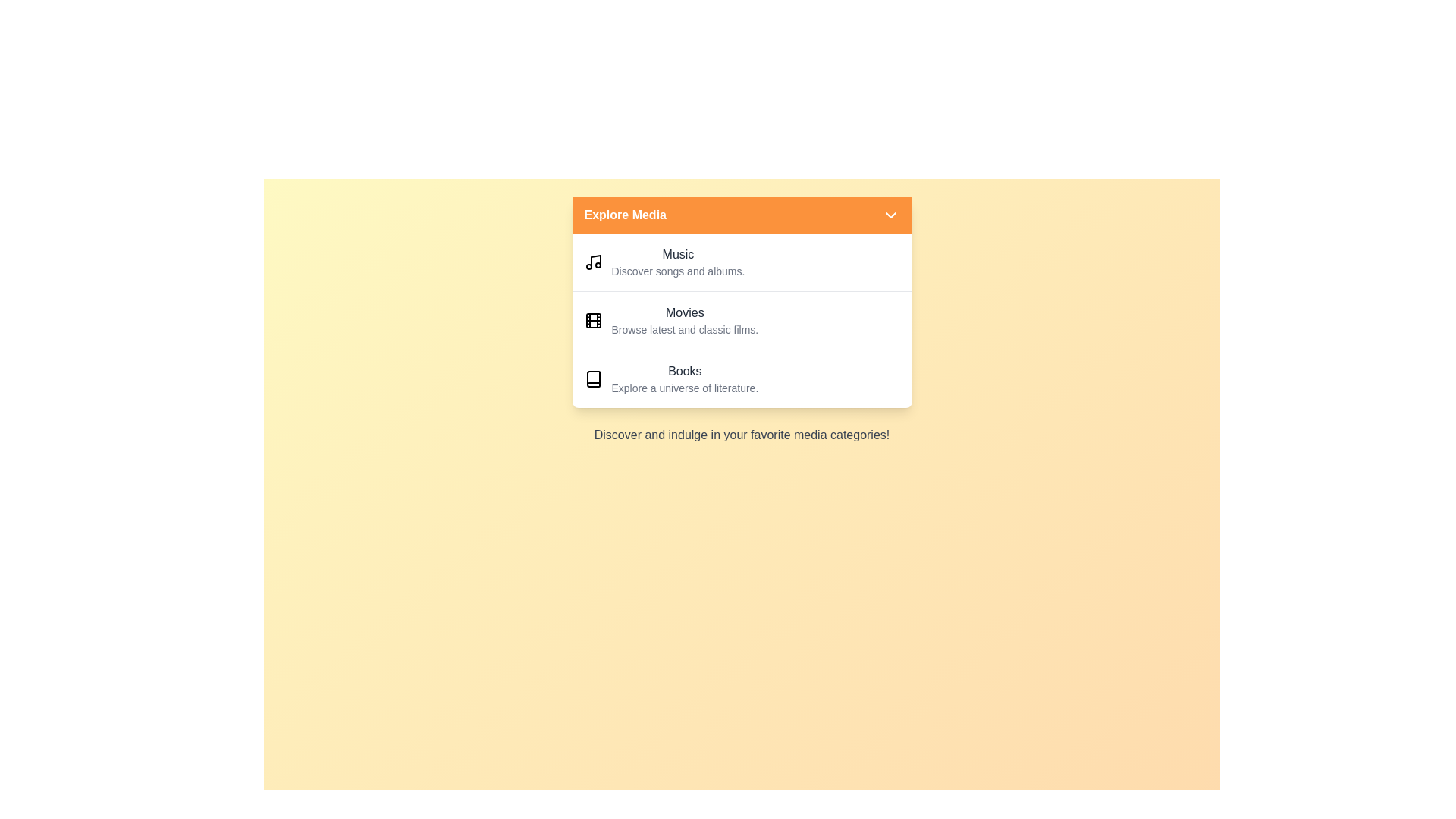  What do you see at coordinates (592, 320) in the screenshot?
I see `the icon representing the Movies category` at bounding box center [592, 320].